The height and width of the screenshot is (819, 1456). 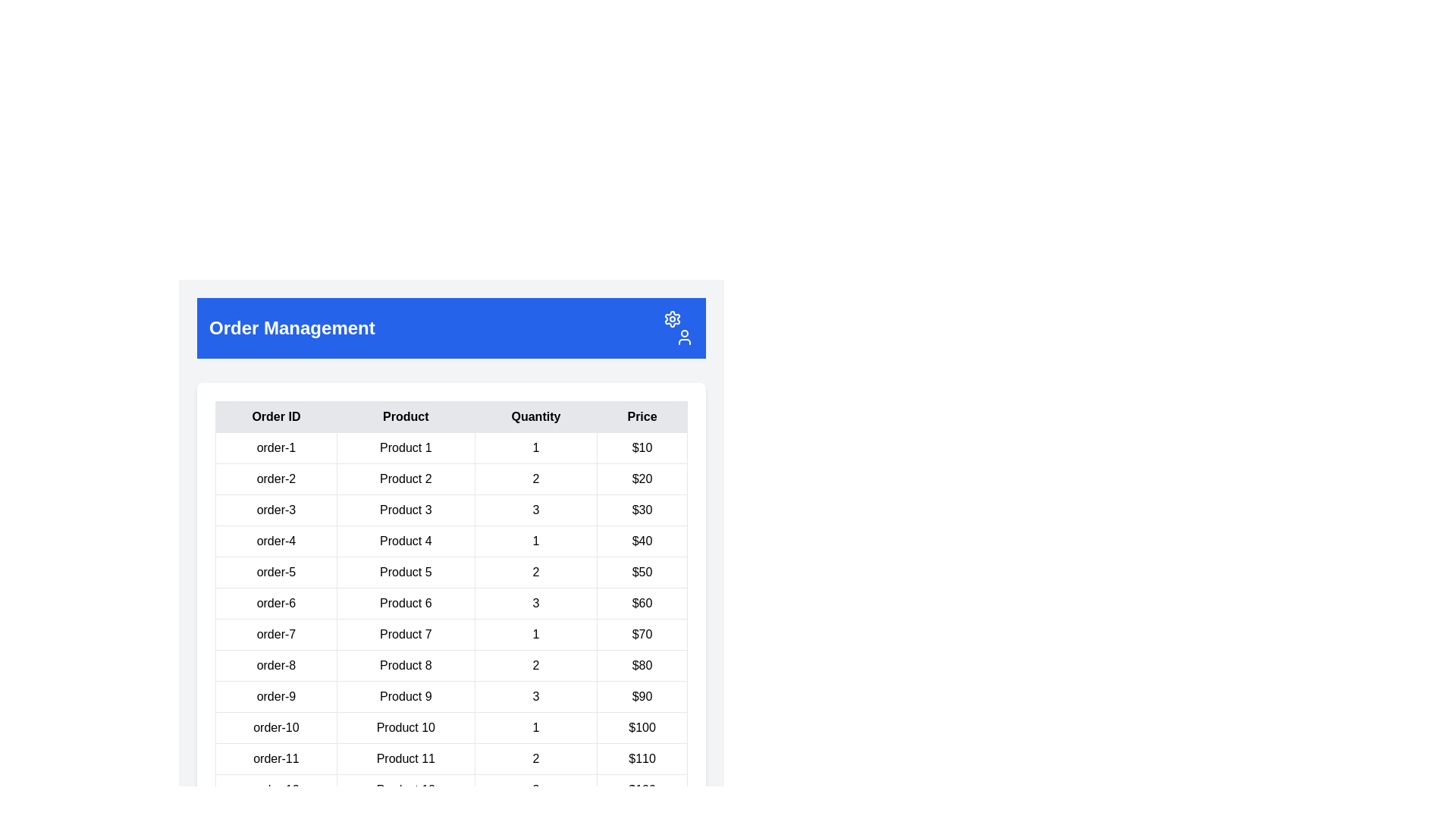 I want to click on the table cell displaying 'order-11' in the bottom row, leftmost cell under the 'Order ID' column, so click(x=276, y=759).